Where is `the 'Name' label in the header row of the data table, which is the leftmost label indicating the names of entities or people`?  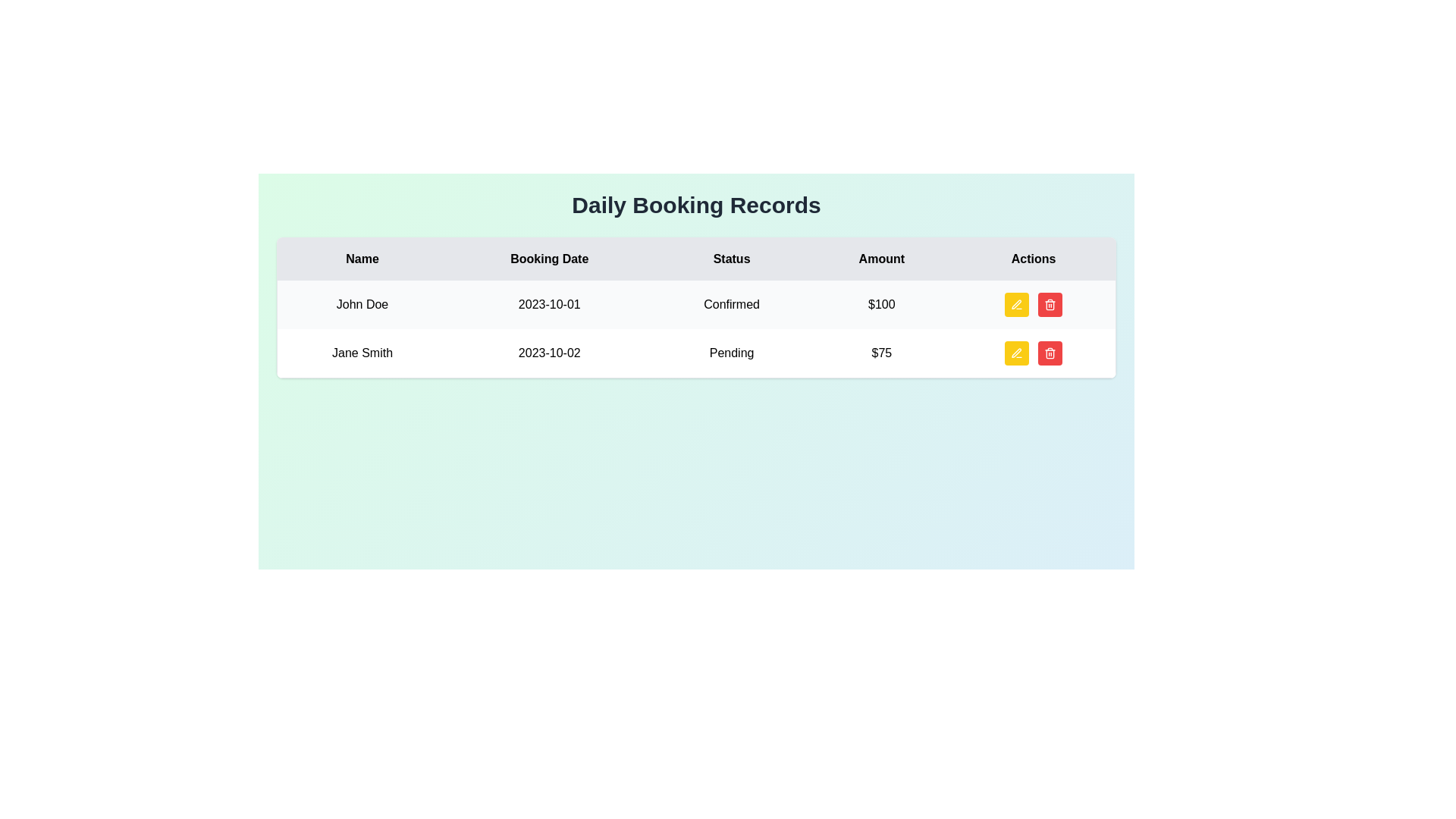
the 'Name' label in the header row of the data table, which is the leftmost label indicating the names of entities or people is located at coordinates (361, 258).